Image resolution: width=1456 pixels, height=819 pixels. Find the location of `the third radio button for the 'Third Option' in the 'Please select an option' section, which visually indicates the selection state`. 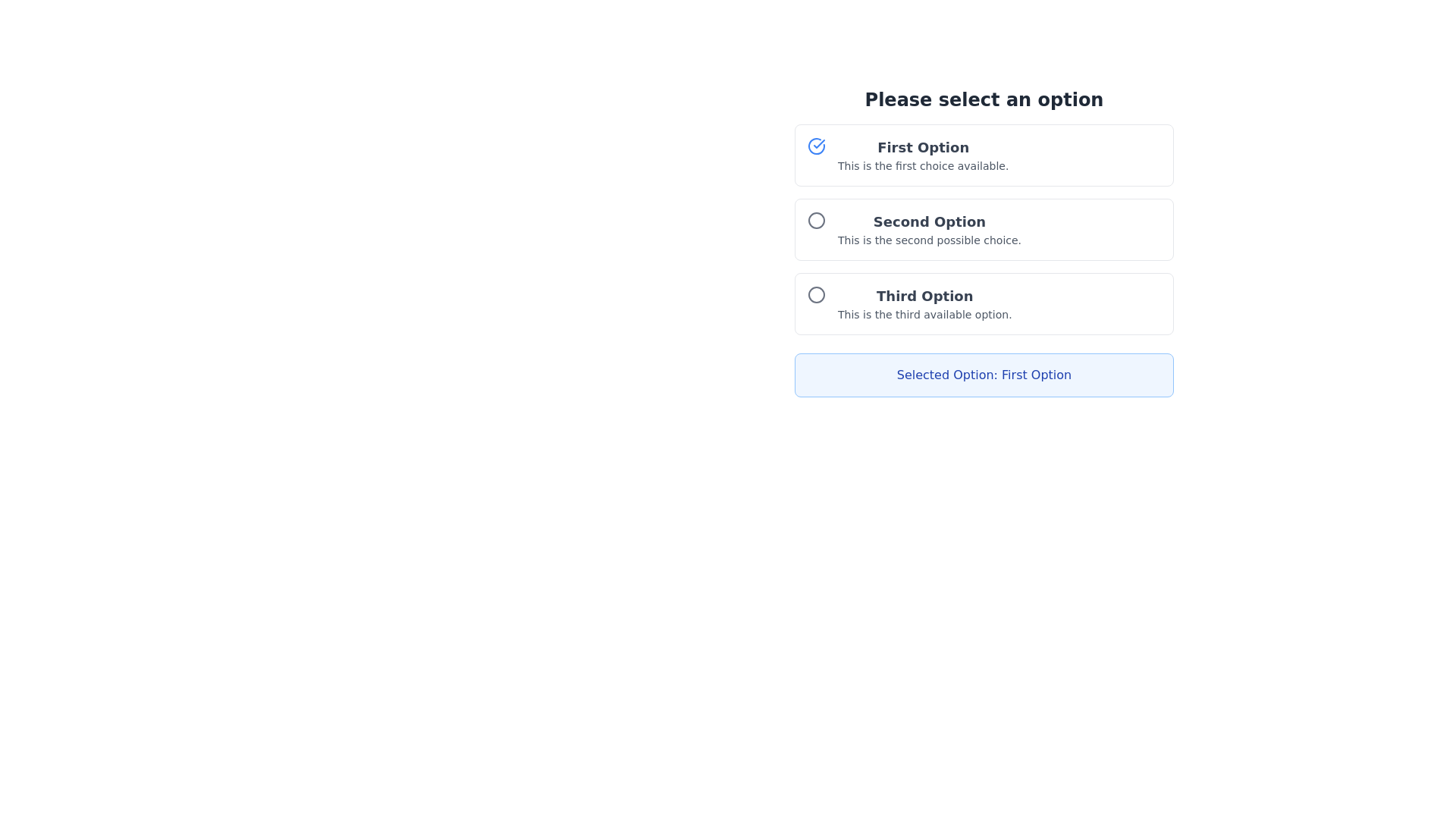

the third radio button for the 'Third Option' in the 'Please select an option' section, which visually indicates the selection state is located at coordinates (815, 295).